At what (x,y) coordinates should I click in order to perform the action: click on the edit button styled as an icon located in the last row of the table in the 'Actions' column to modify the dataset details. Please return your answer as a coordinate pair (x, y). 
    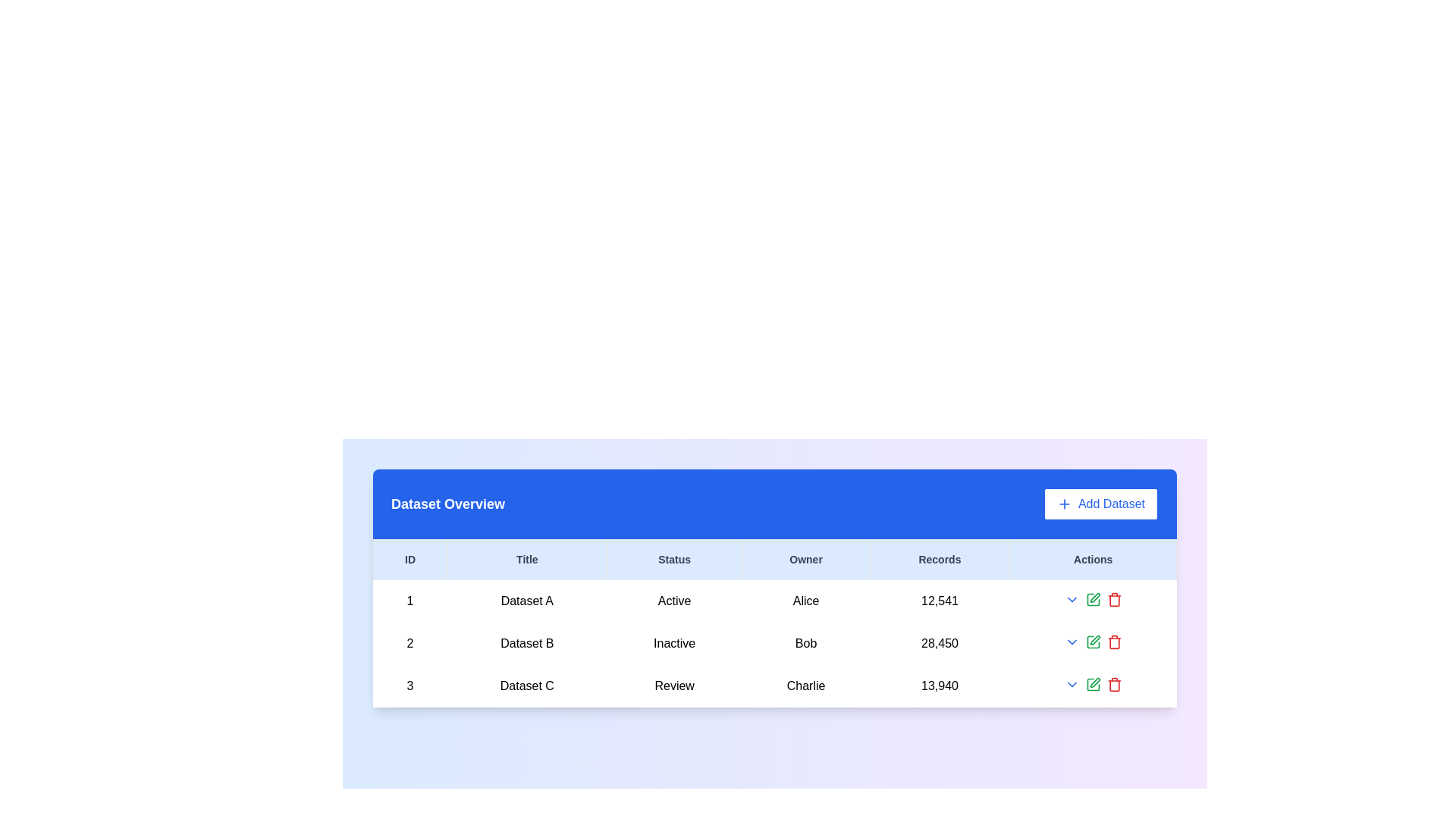
    Looking at the image, I should click on (1093, 684).